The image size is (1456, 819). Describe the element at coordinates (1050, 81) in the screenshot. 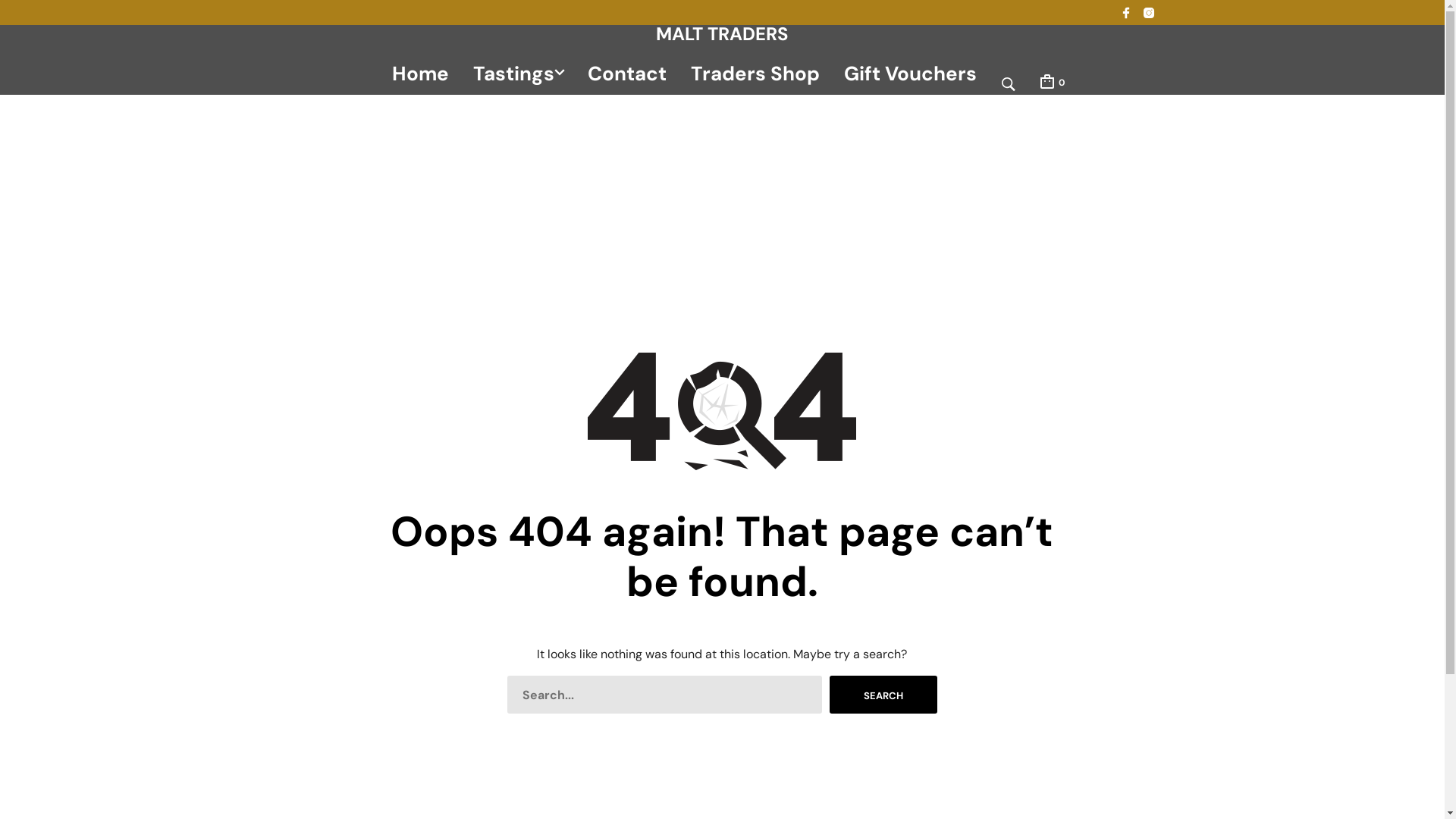

I see `'0'` at that location.